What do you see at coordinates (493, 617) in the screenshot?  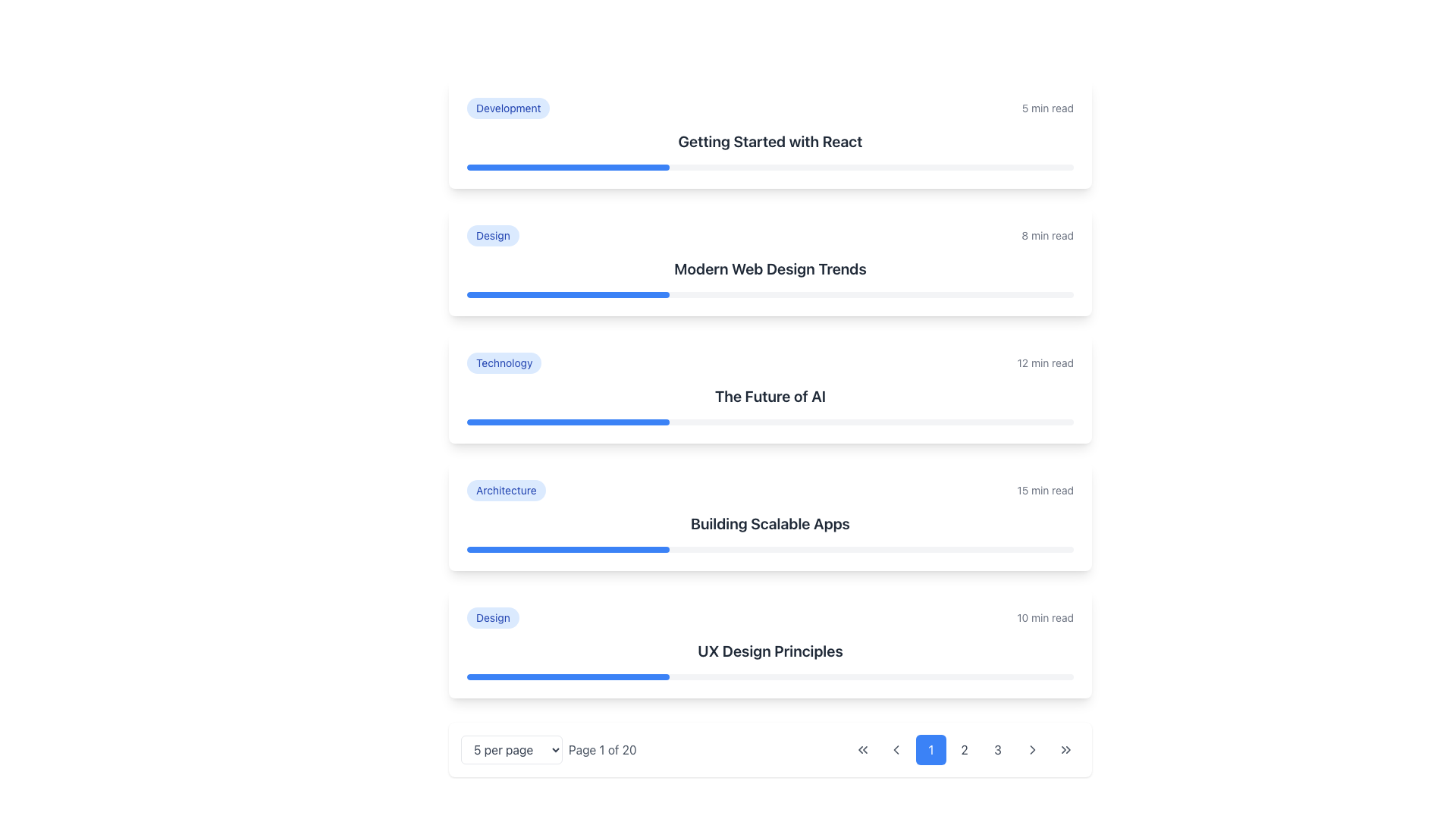 I see `the pill-shaped label with light blue background and dark blue text 'Design', located in the fifth row before 'UX Design Principles'` at bounding box center [493, 617].